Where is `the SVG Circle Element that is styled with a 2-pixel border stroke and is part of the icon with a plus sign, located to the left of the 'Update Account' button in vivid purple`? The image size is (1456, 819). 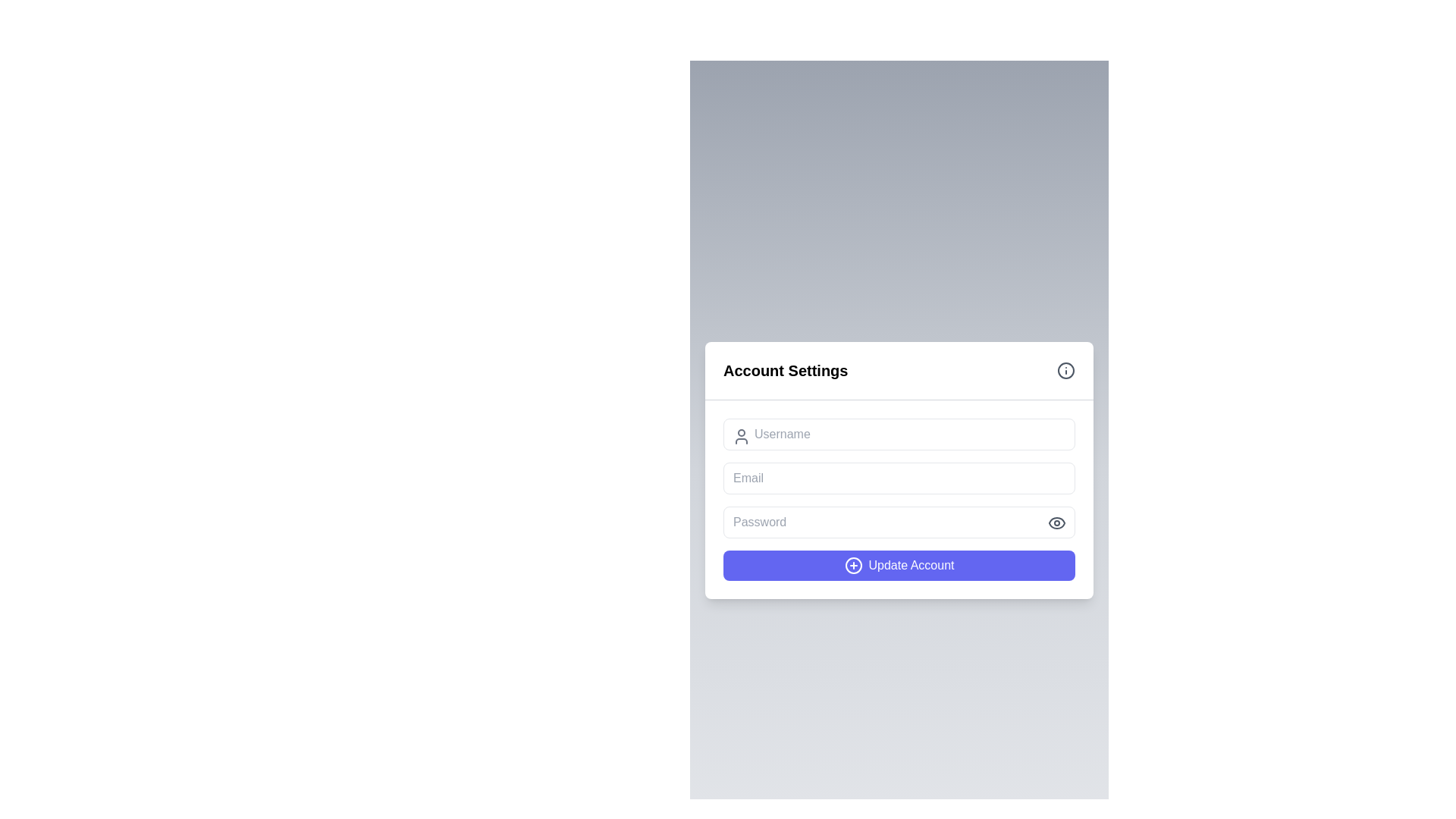
the SVG Circle Element that is styled with a 2-pixel border stroke and is part of the icon with a plus sign, located to the left of the 'Update Account' button in vivid purple is located at coordinates (853, 565).